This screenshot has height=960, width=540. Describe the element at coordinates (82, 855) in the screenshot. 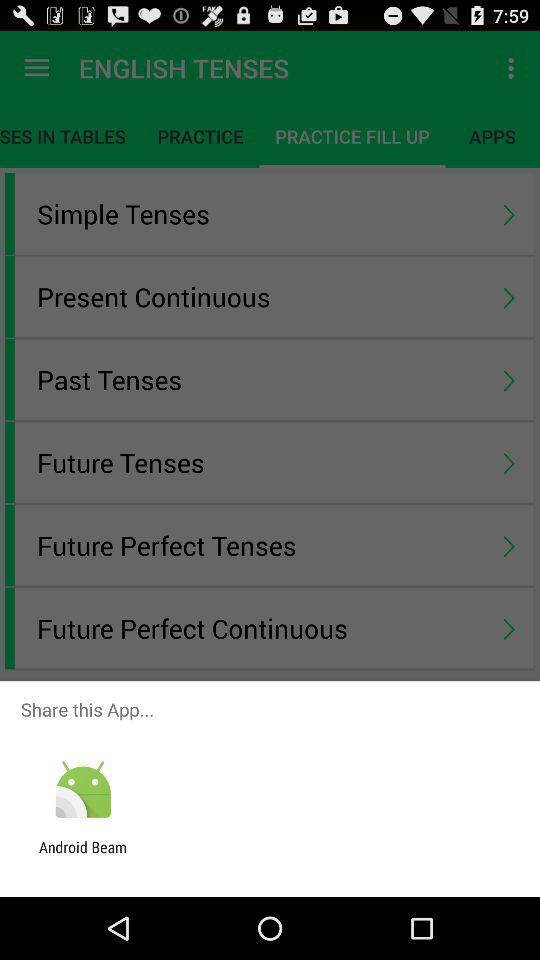

I see `android beam` at that location.